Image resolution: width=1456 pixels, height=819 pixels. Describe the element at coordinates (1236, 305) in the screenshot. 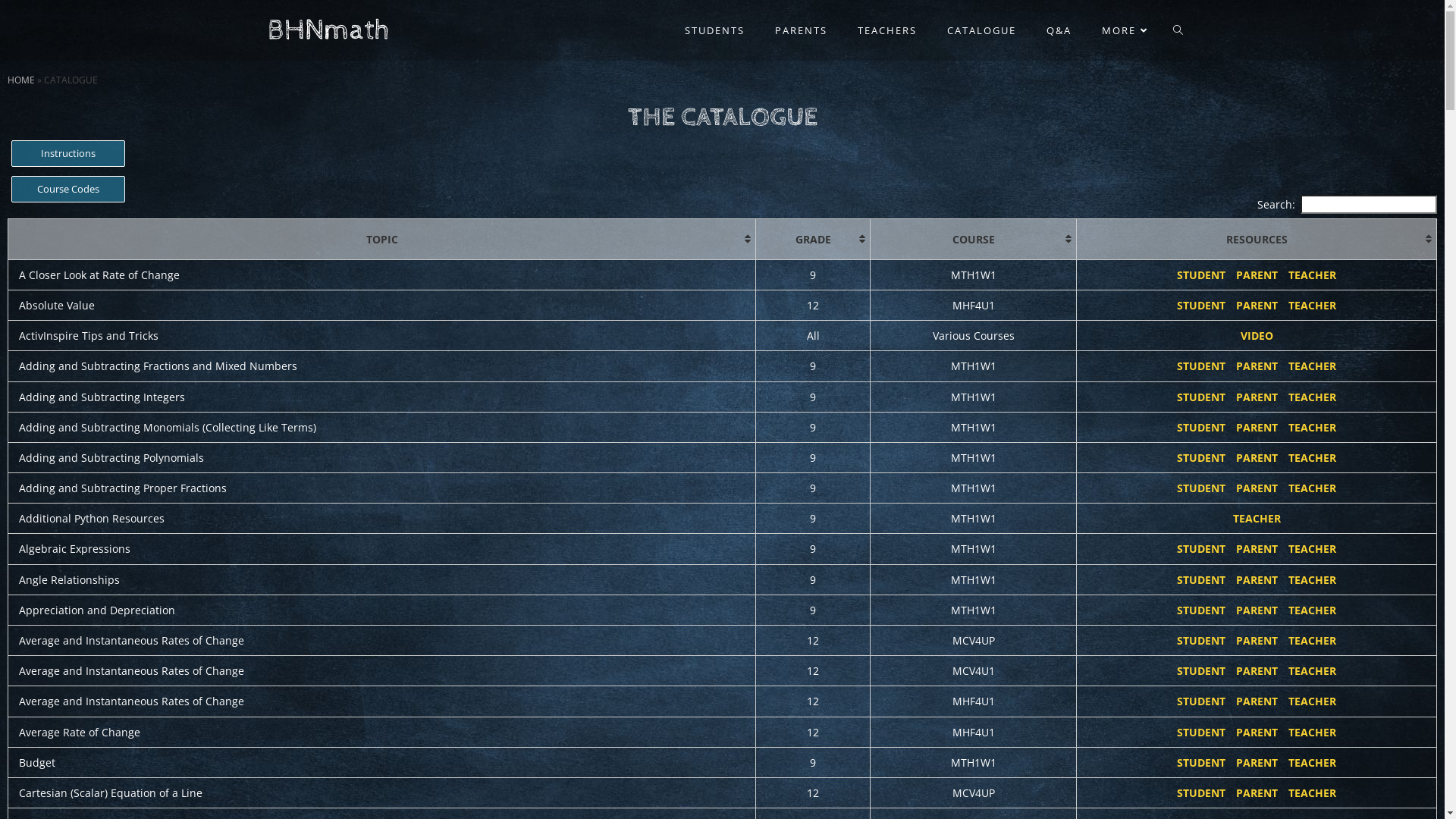

I see `'PARENT'` at that location.